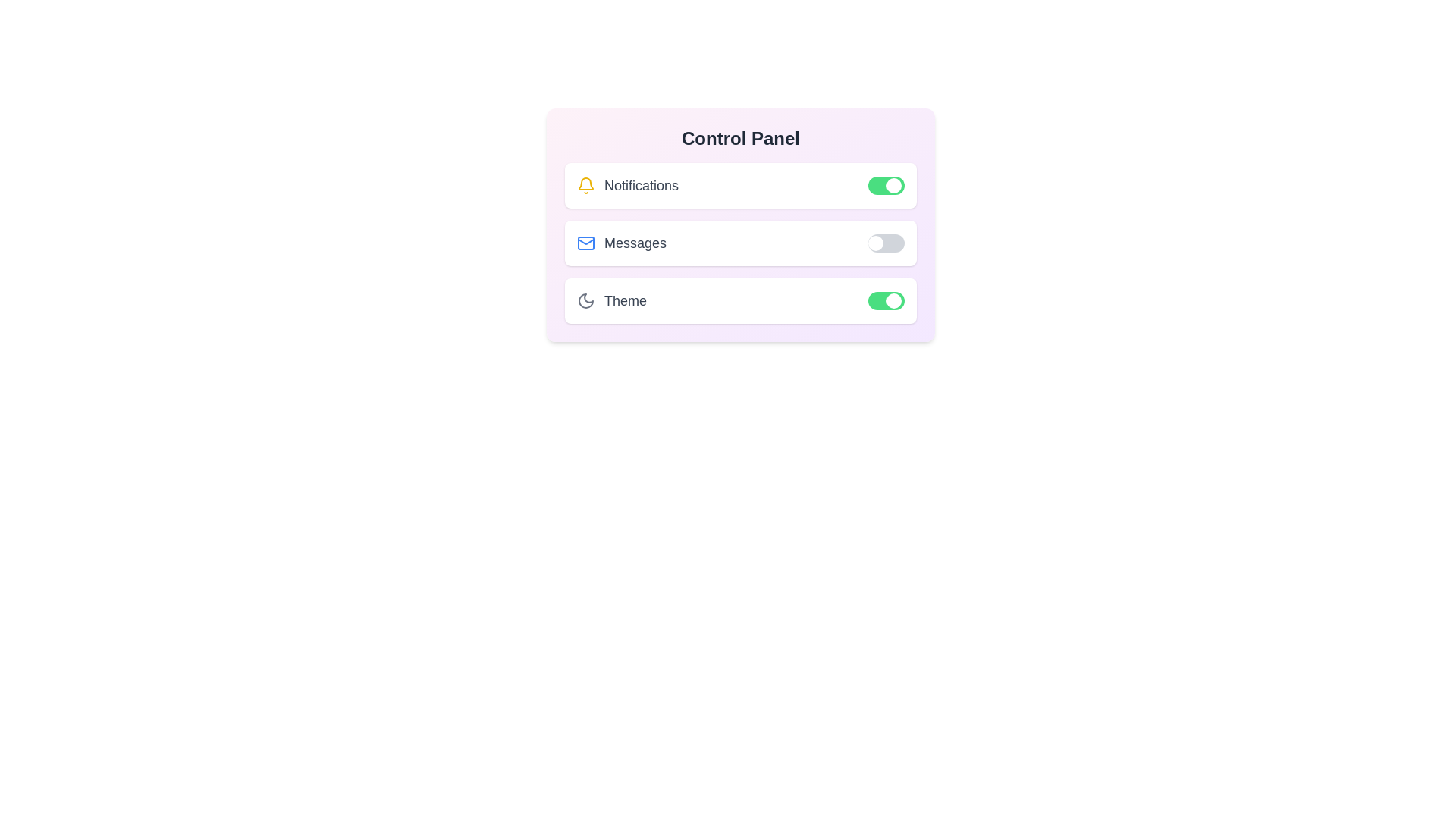  Describe the element at coordinates (876, 242) in the screenshot. I see `the toggle switch handle located on the left side of the 'Messages' label in the second row of the interface, which represents its inactive state` at that location.